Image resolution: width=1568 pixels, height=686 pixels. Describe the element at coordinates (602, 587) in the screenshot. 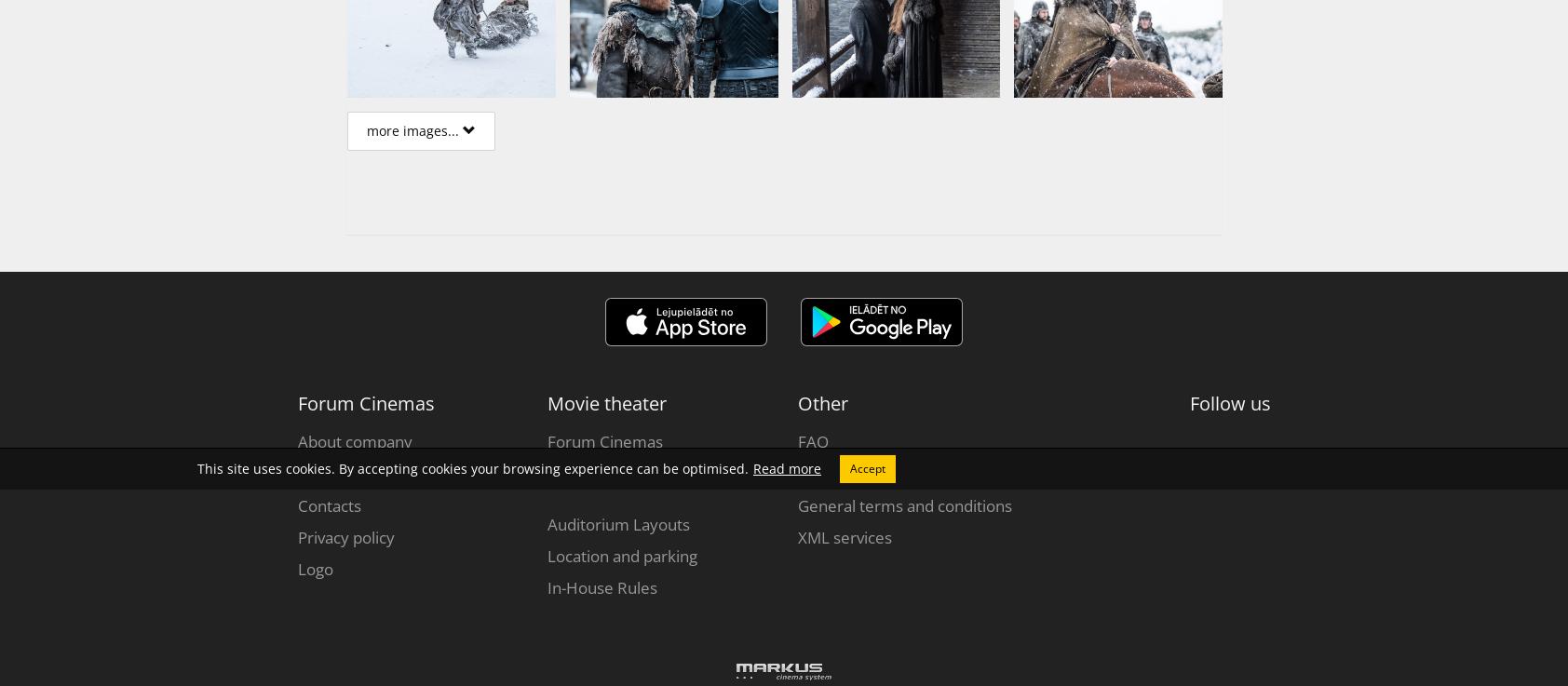

I see `'In-House Rules'` at that location.